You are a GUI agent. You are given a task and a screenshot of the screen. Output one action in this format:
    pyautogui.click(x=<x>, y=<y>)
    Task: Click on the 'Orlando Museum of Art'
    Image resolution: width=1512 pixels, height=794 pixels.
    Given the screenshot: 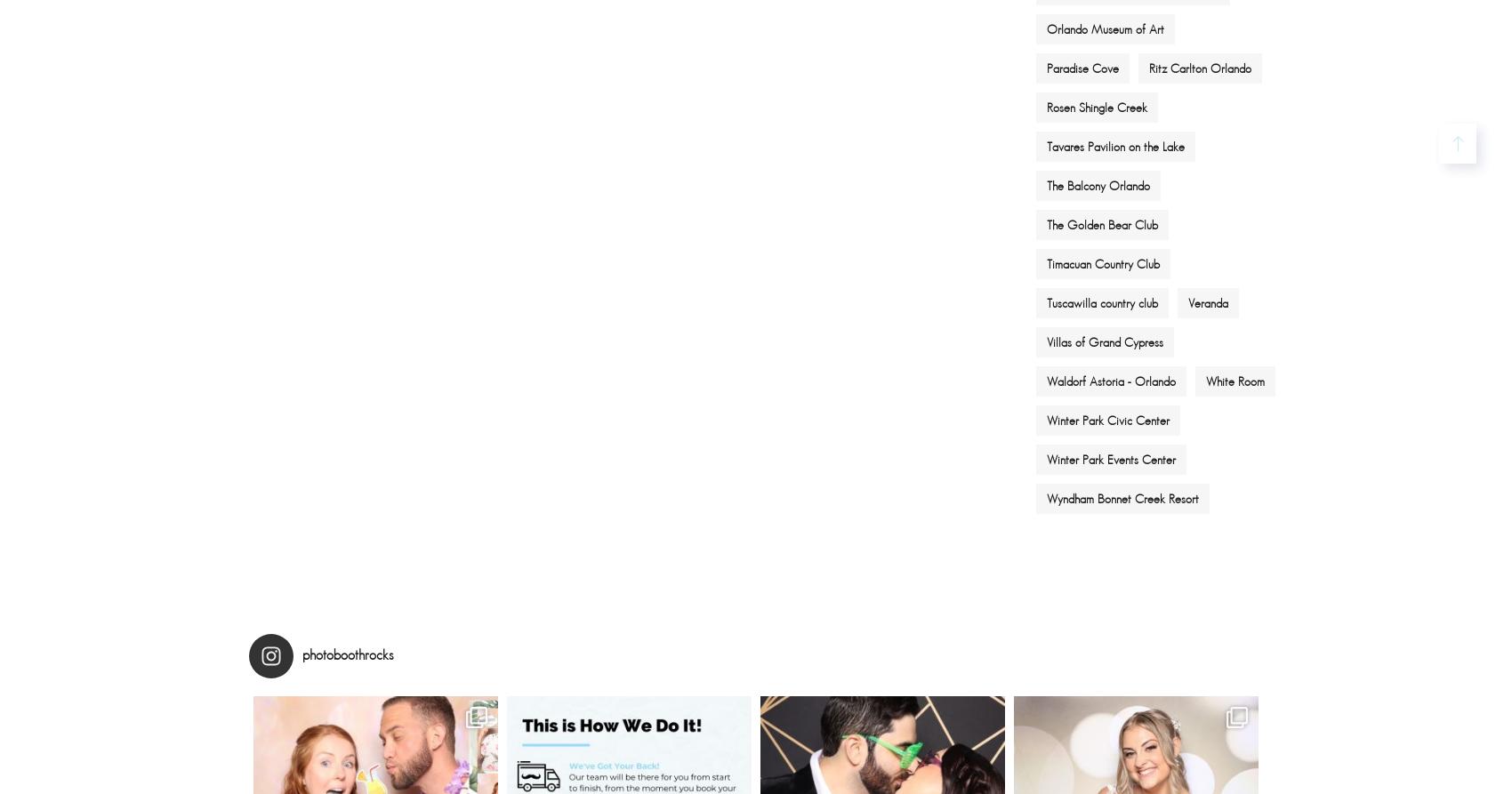 What is the action you would take?
    pyautogui.click(x=1105, y=28)
    